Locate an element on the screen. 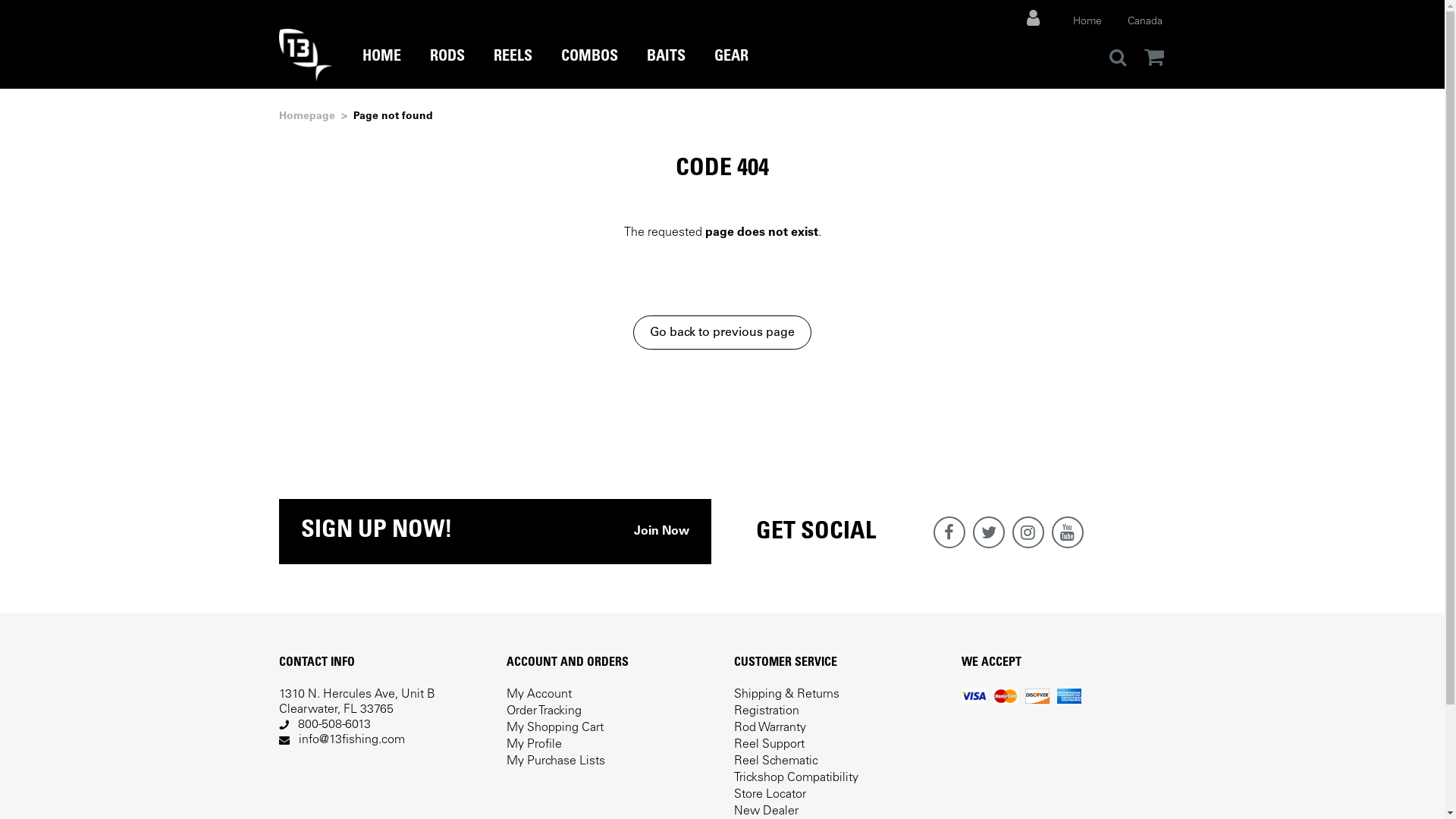  'Home' is located at coordinates (1086, 22).